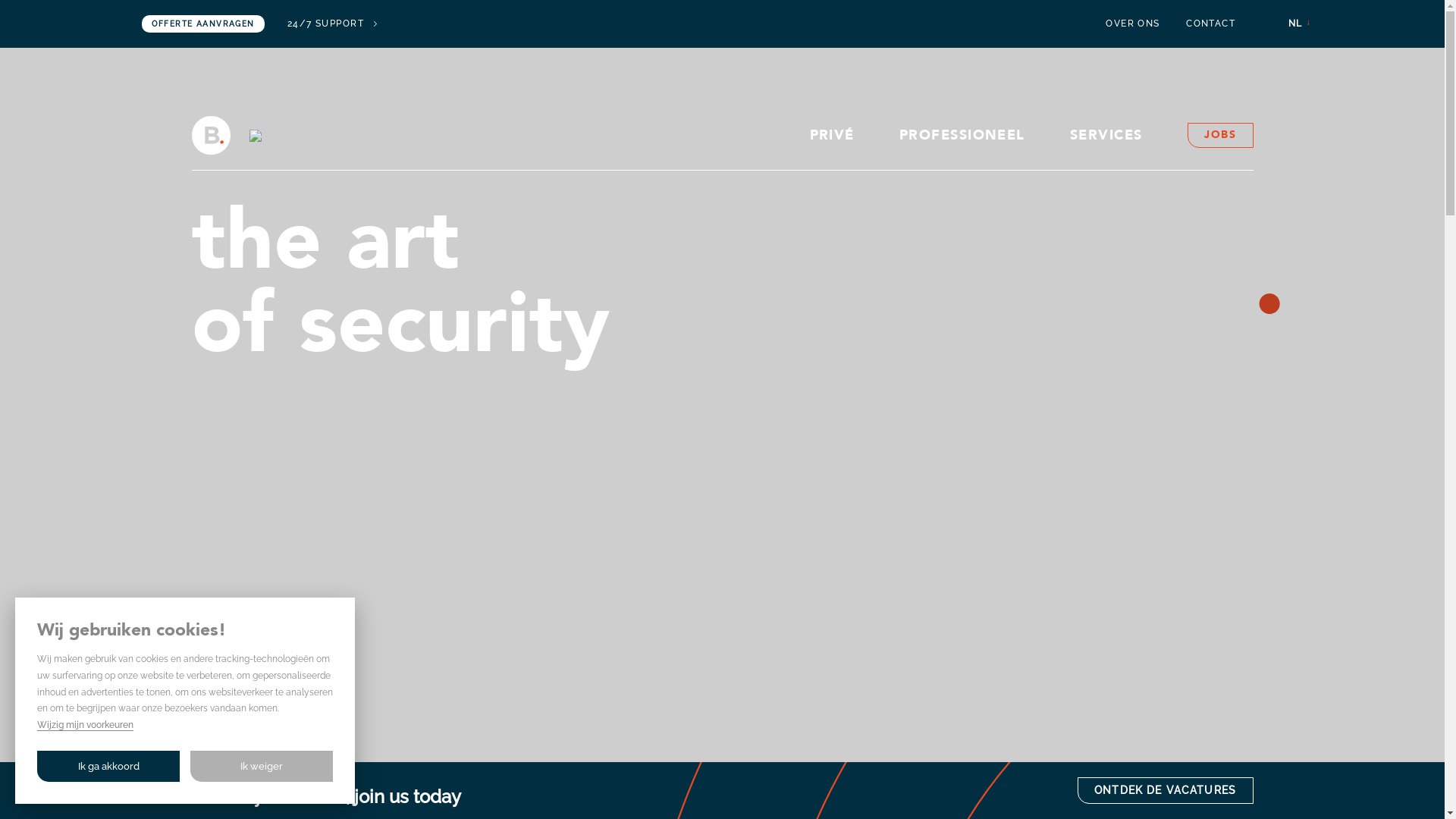  I want to click on 'OVER ONS', so click(1106, 24).